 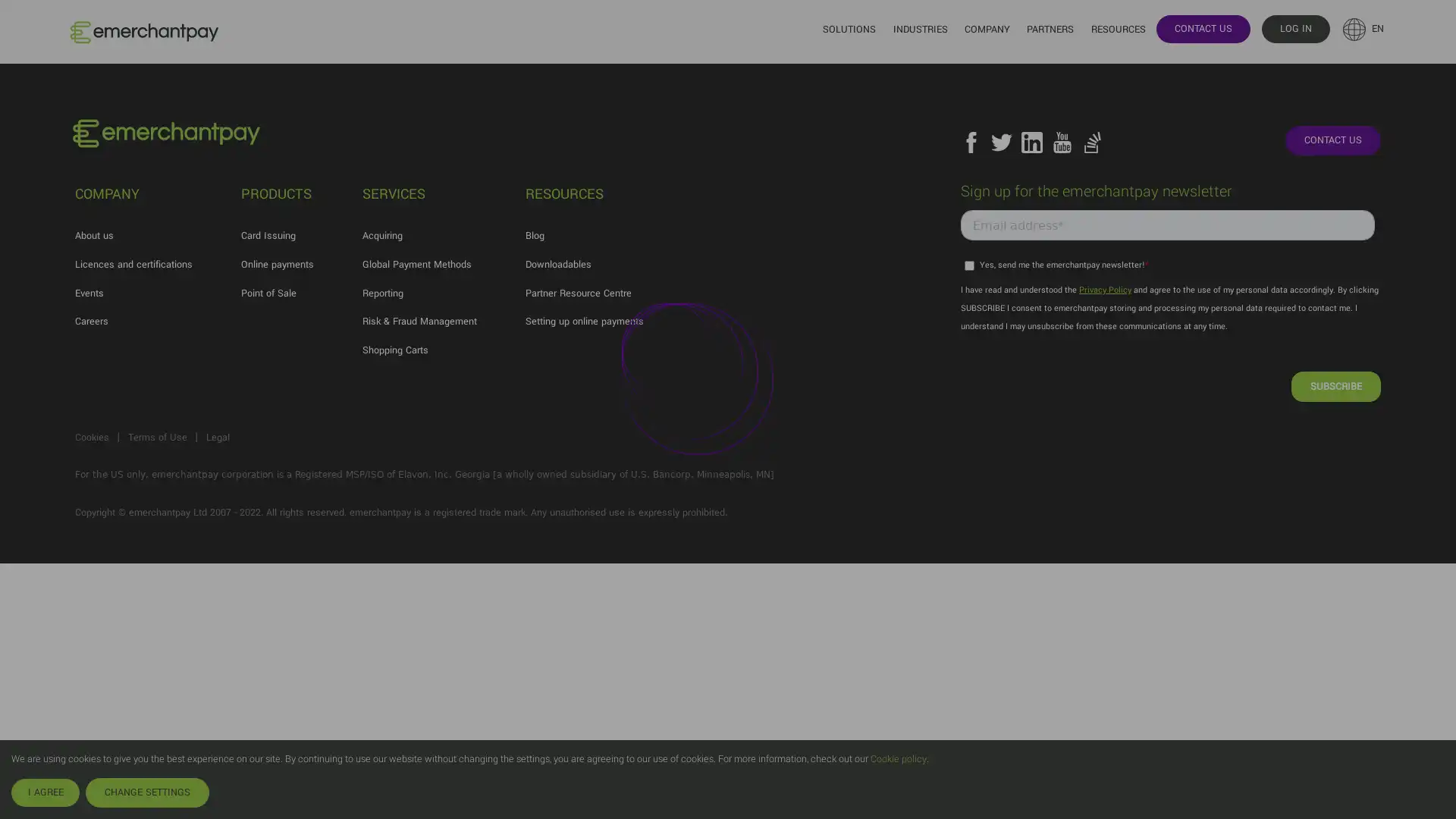 I want to click on LOG IN, so click(x=1294, y=28).